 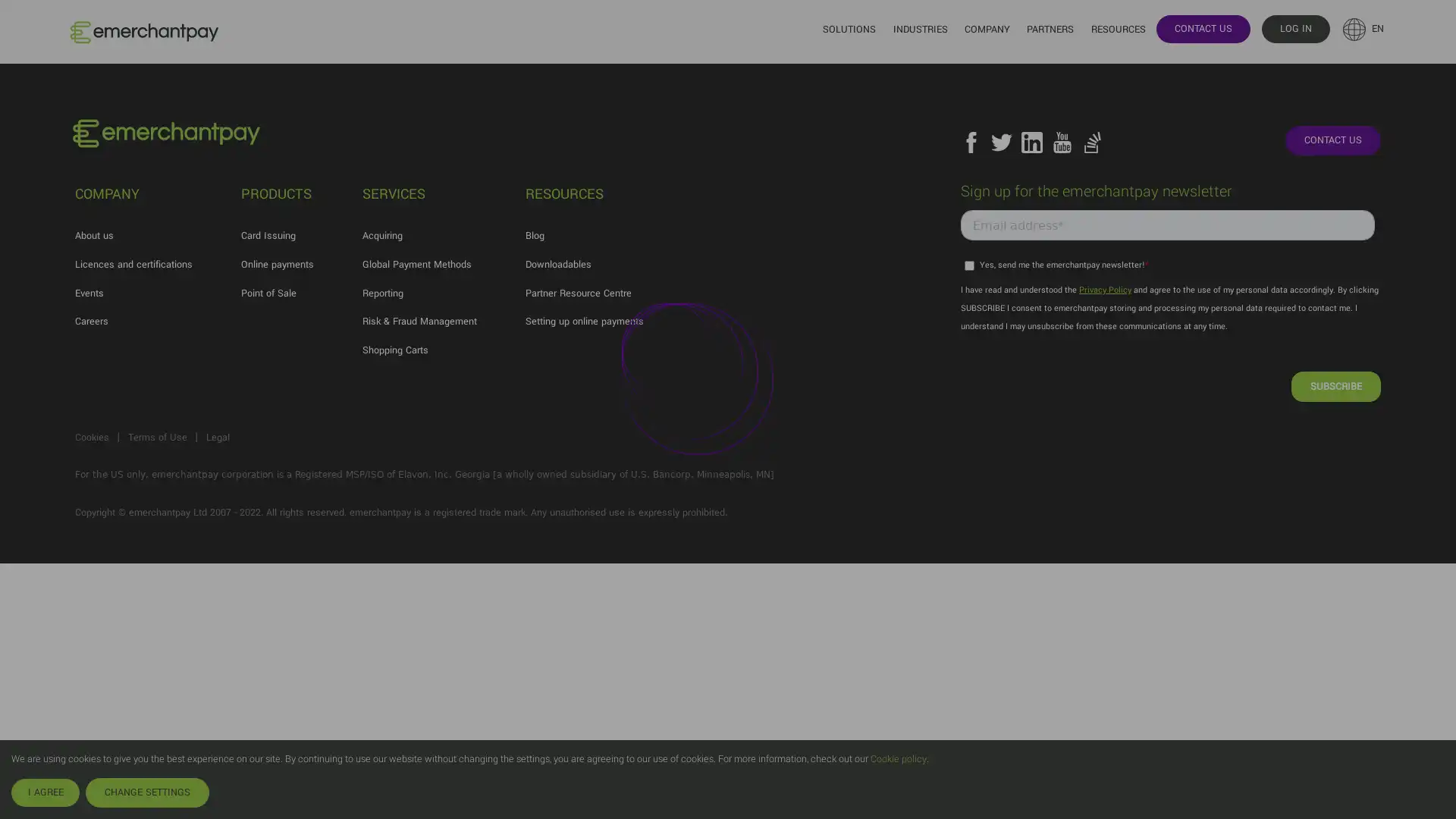 I want to click on LOG IN, so click(x=1294, y=28).